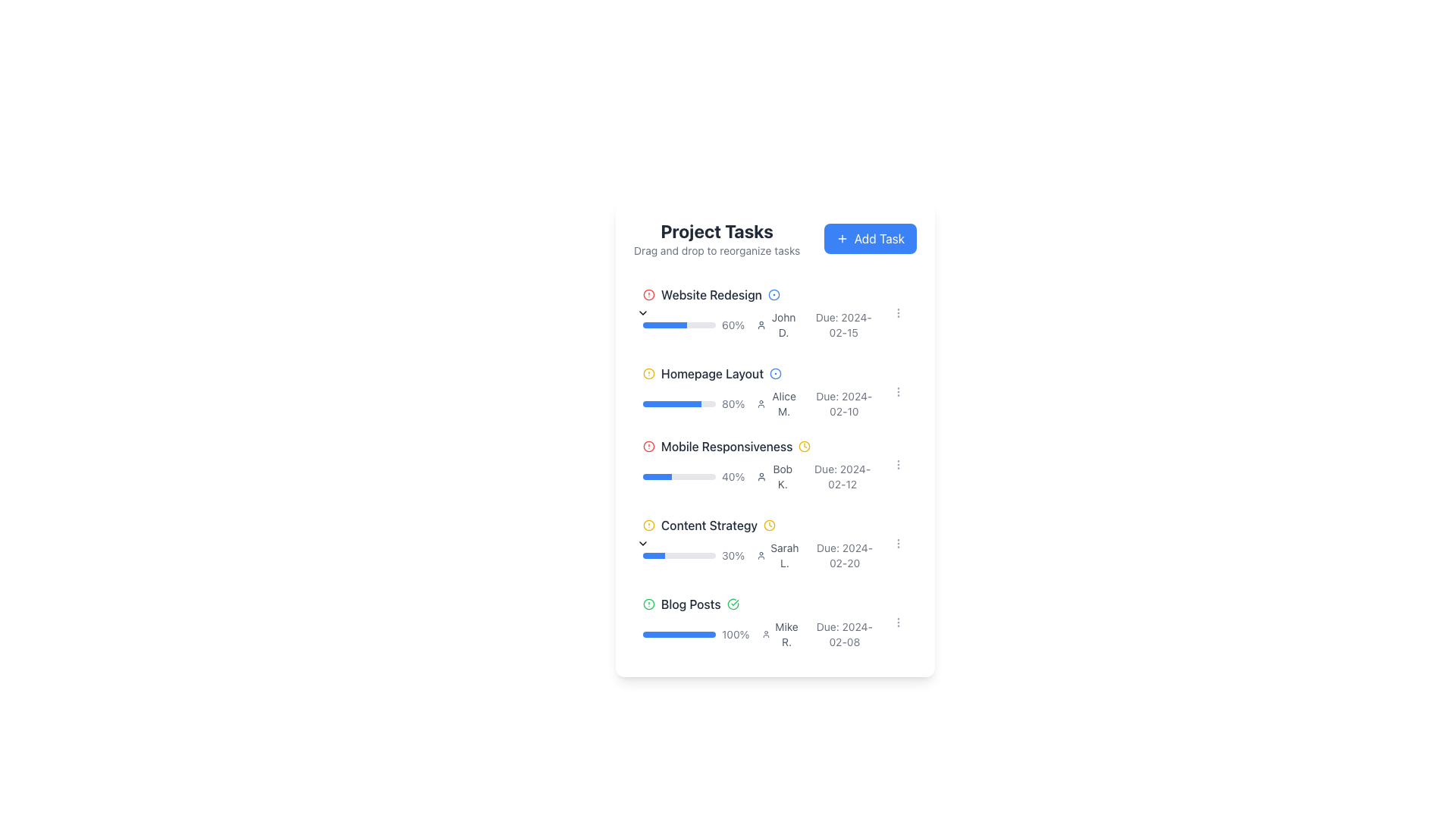 The image size is (1456, 819). Describe the element at coordinates (775, 312) in the screenshot. I see `the first task item in the project management interface to perform actions like editing or deleting` at that location.